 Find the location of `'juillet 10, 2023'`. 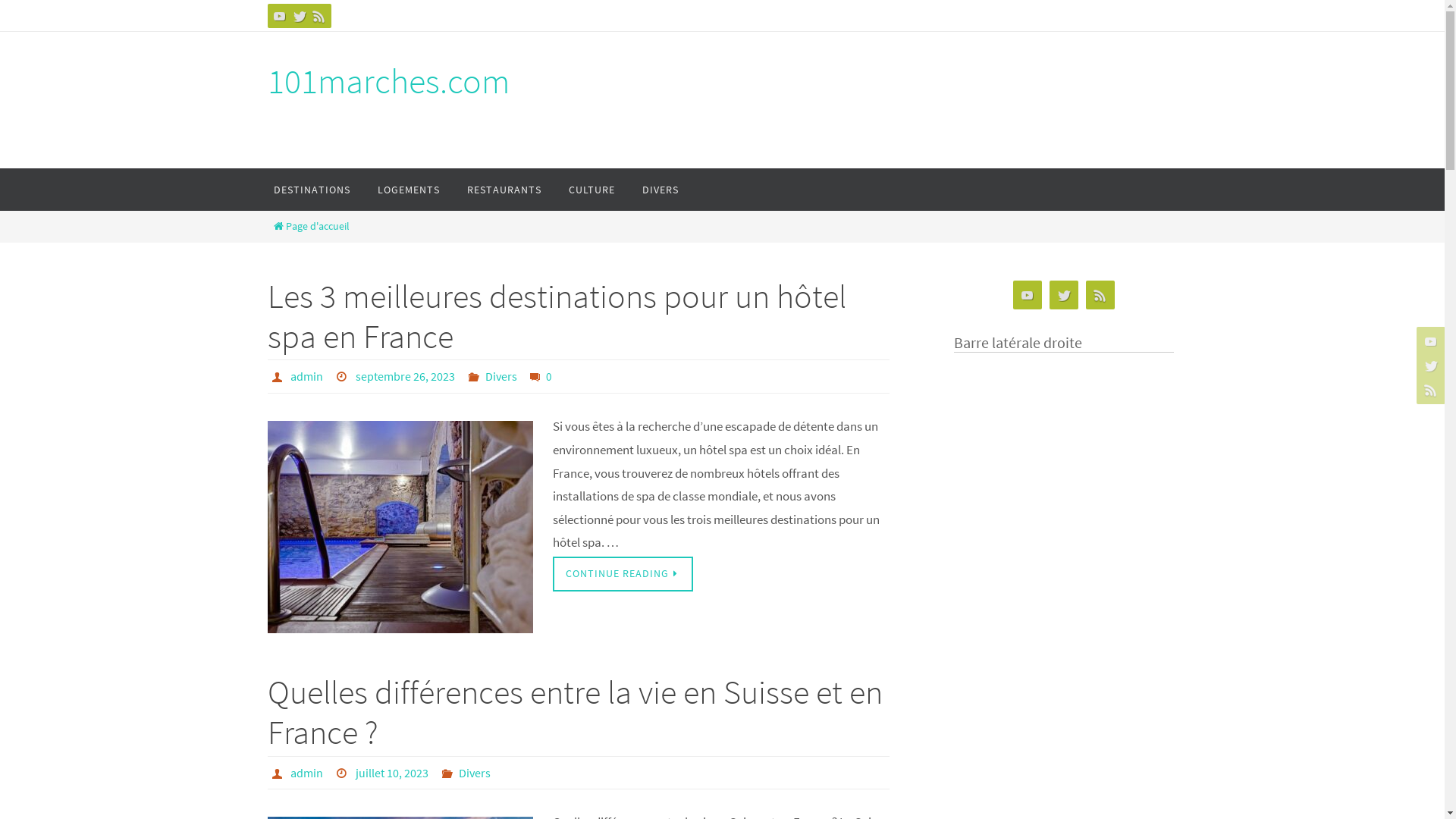

'juillet 10, 2023' is located at coordinates (355, 773).